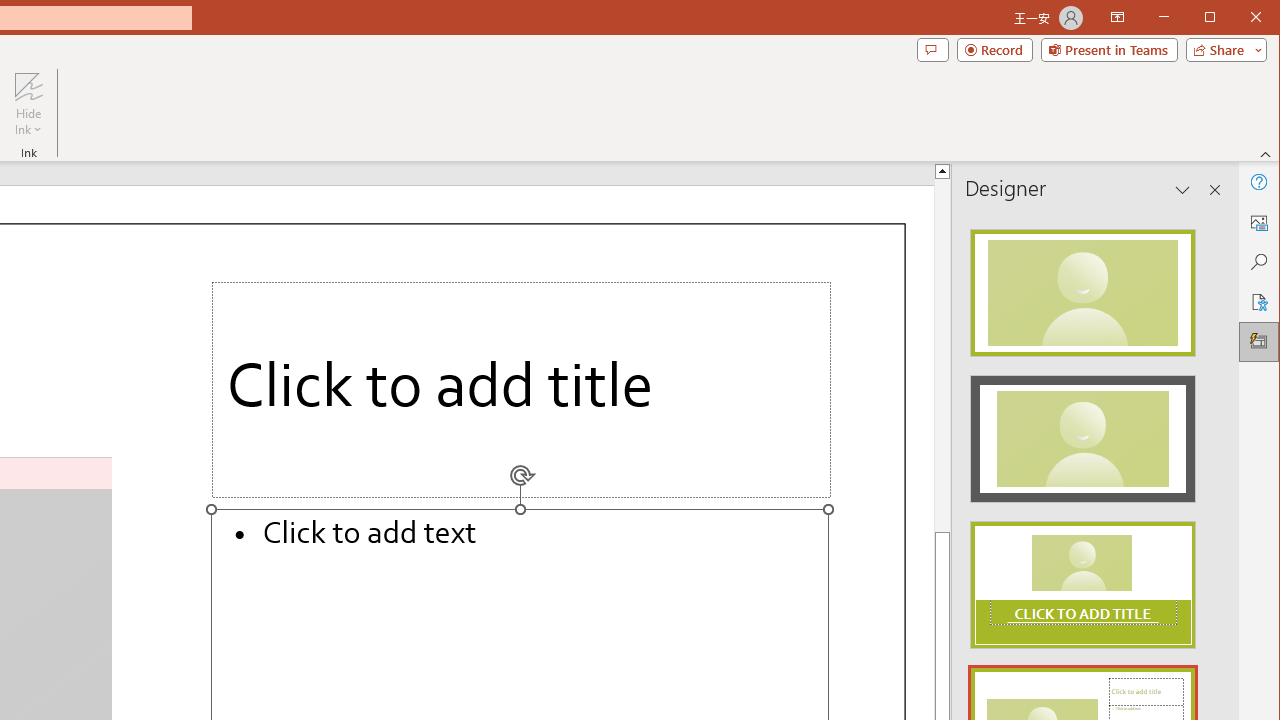 The height and width of the screenshot is (720, 1280). Describe the element at coordinates (1081, 286) in the screenshot. I see `'Recommended Design: Design Idea'` at that location.